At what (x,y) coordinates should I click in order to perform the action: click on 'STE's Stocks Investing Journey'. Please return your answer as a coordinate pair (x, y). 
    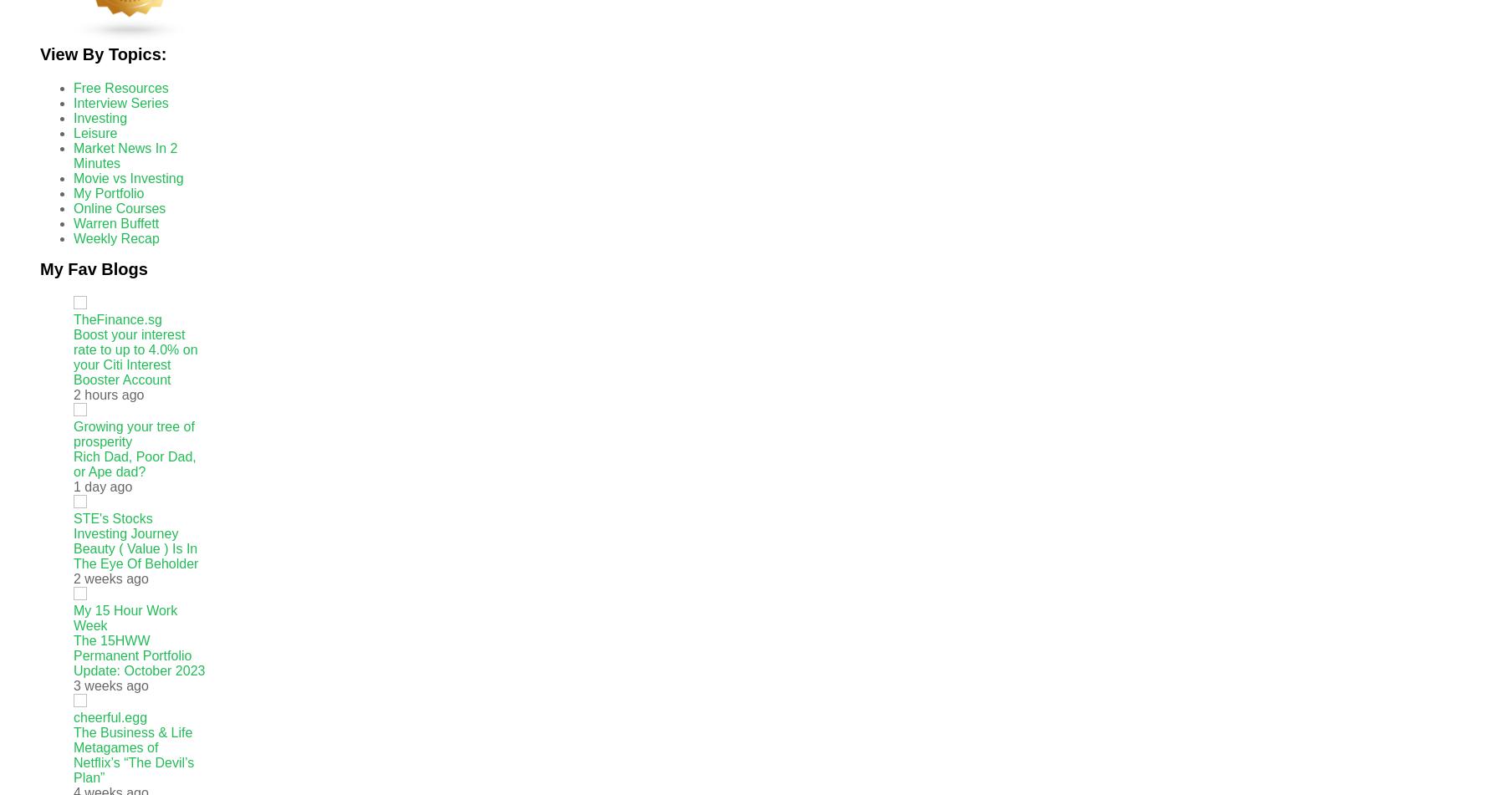
    Looking at the image, I should click on (125, 525).